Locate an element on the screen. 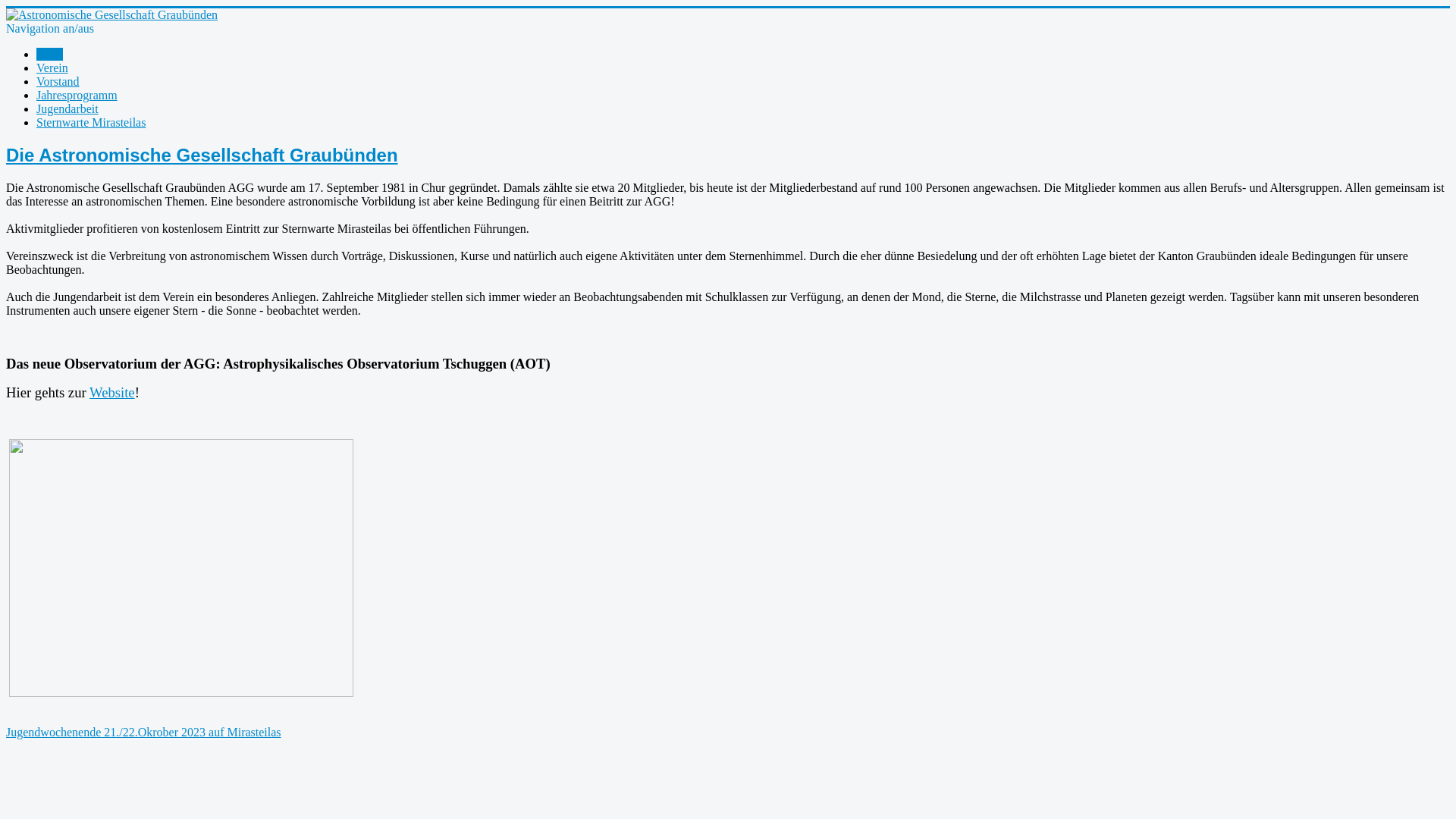 This screenshot has height=819, width=1456. 'Jahresprogramm' is located at coordinates (76, 95).